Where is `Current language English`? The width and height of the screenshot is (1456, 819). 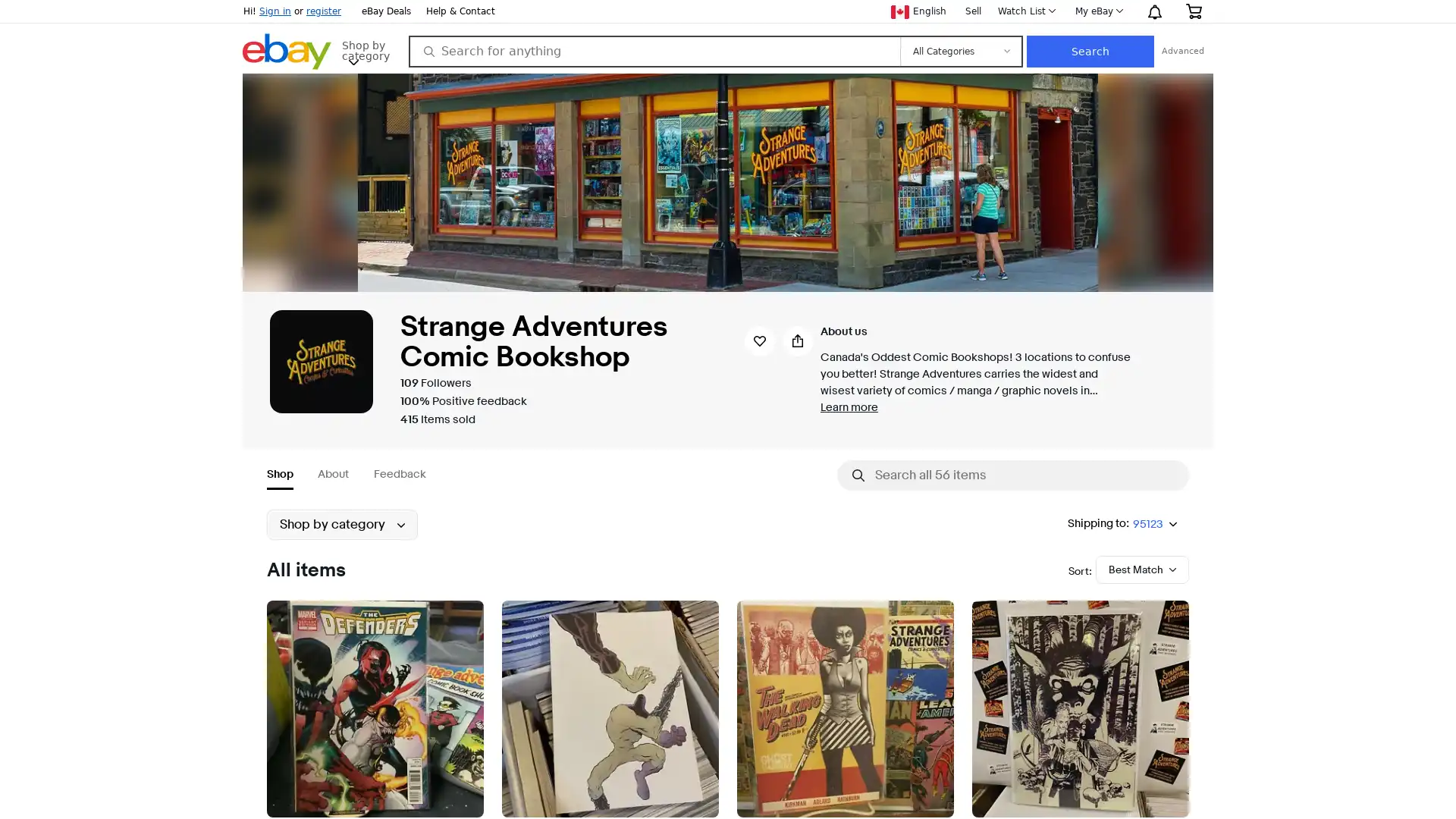 Current language English is located at coordinates (920, 11).